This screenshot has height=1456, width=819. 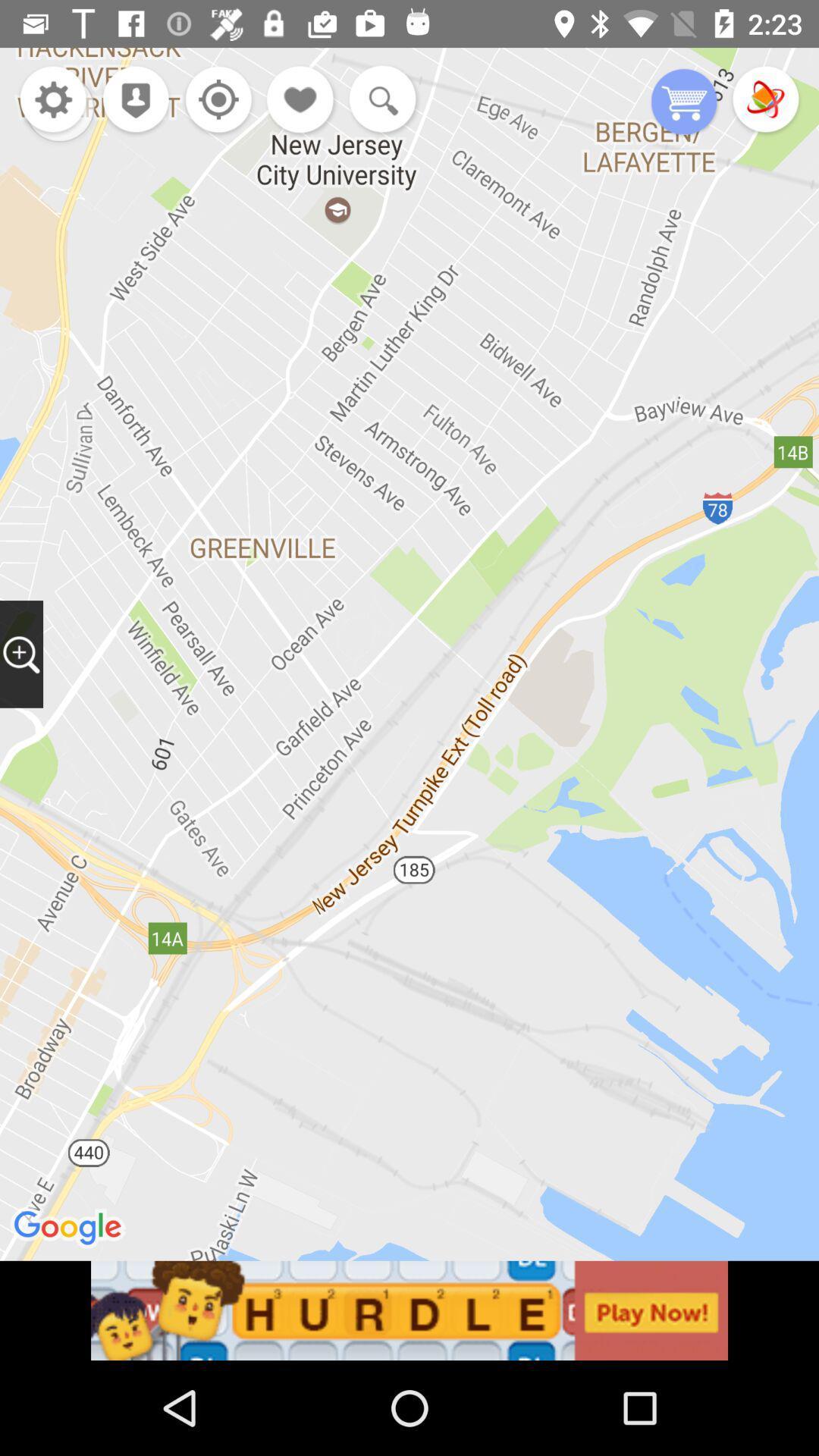 I want to click on drag magnifier, so click(x=21, y=654).